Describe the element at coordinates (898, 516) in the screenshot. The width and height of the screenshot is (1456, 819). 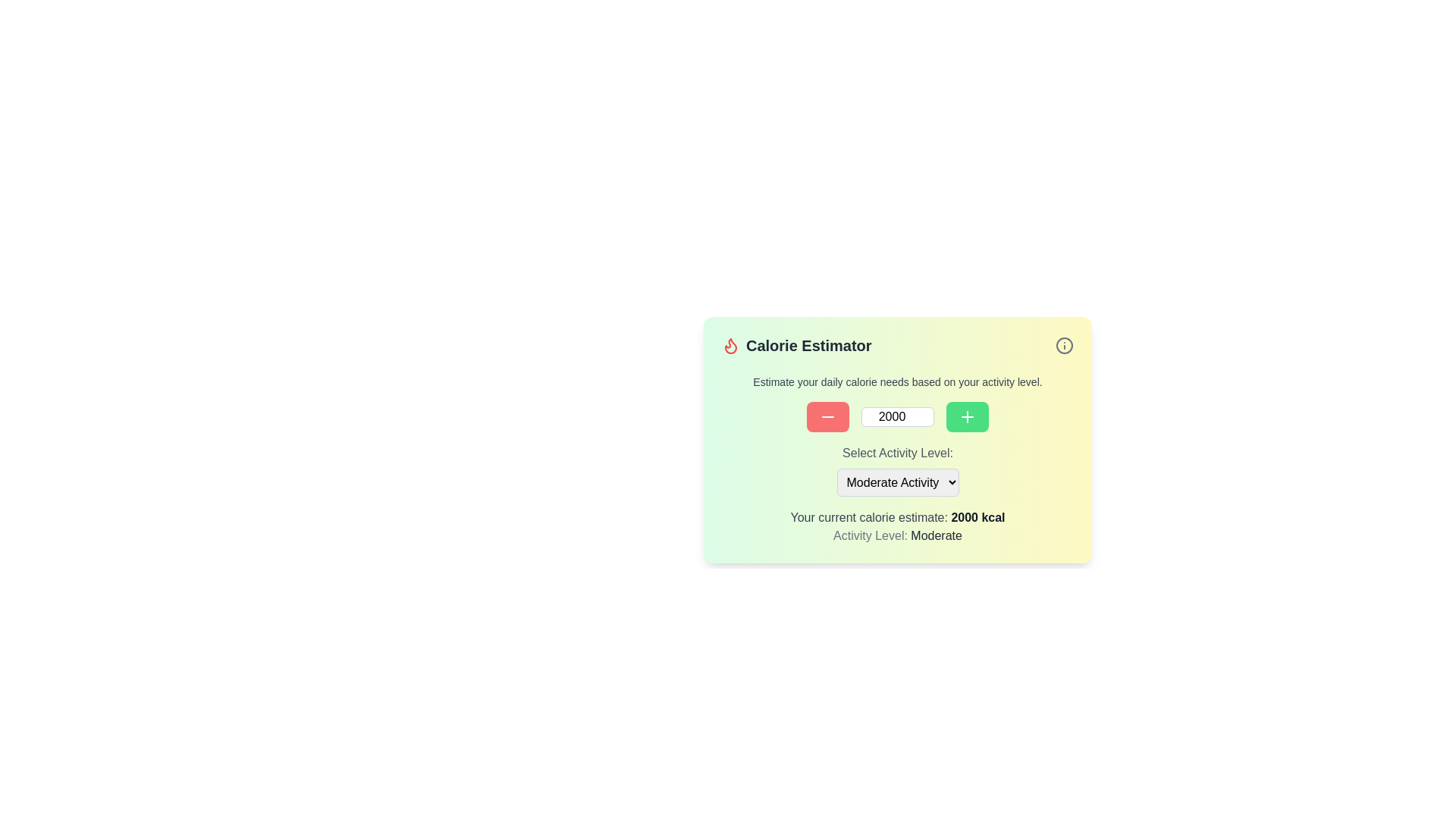
I see `the Text Display that shows 'Your current calorie estimate: 2000 kcal', which is located above the 'Activity Level: Moderate' label and below the 'Select Activity Level' dropdown` at that location.